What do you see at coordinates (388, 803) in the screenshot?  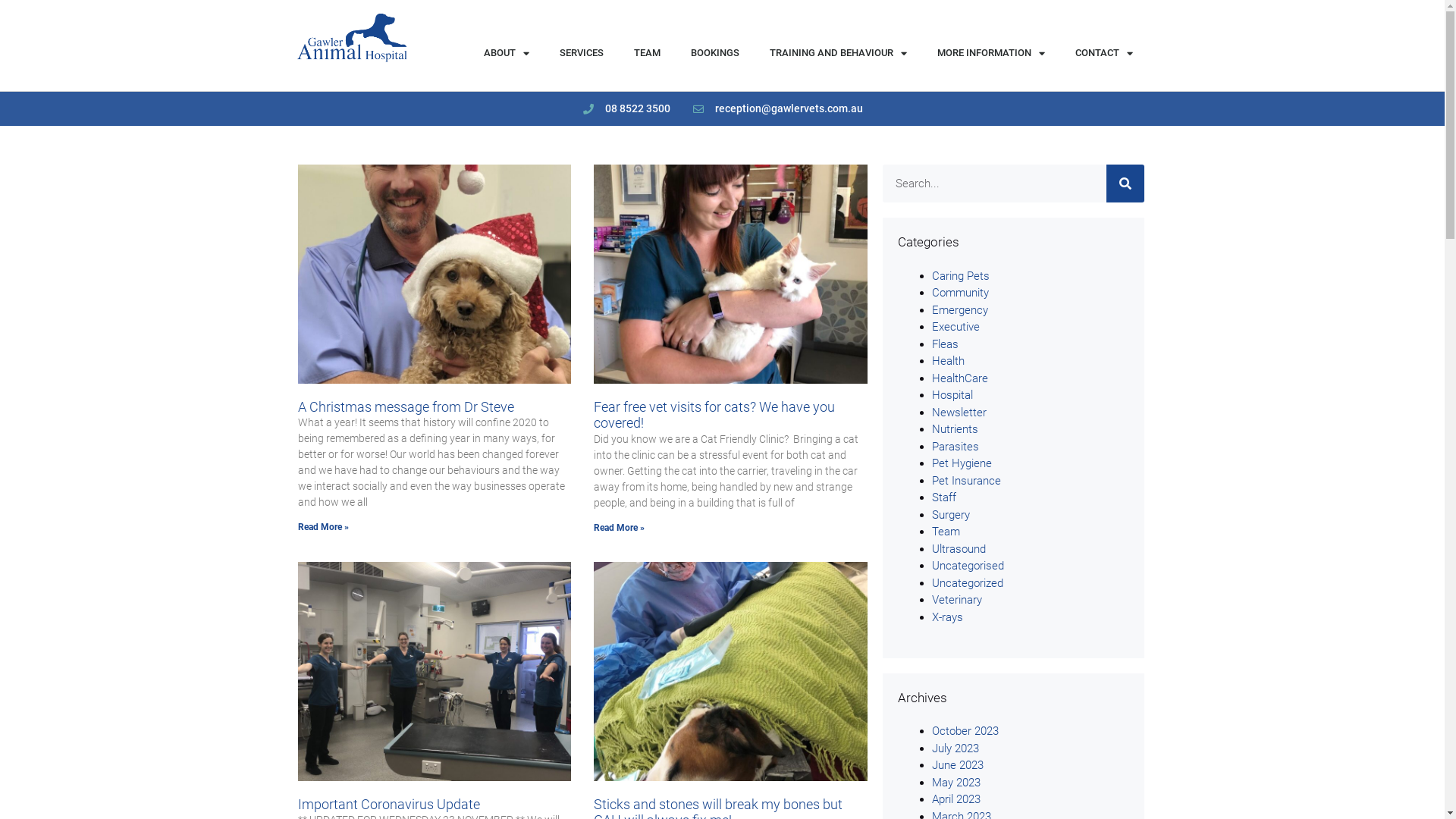 I see `'Important Coronavirus Update'` at bounding box center [388, 803].